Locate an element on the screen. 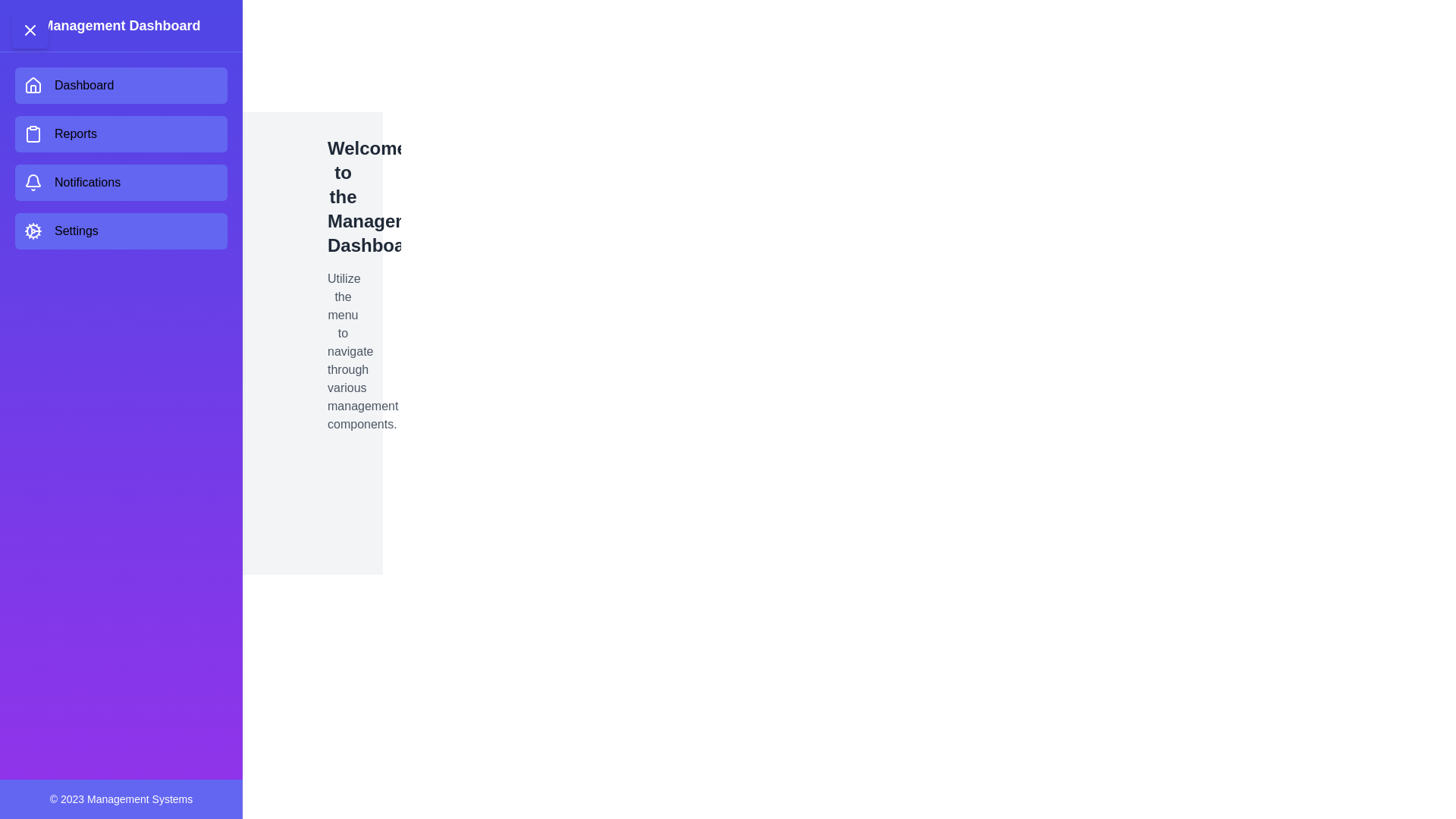 This screenshot has width=1456, height=819. the innermost circular part of the cog icon used to represent the 'Settings' section in the sidebar navigation menu is located at coordinates (33, 231).